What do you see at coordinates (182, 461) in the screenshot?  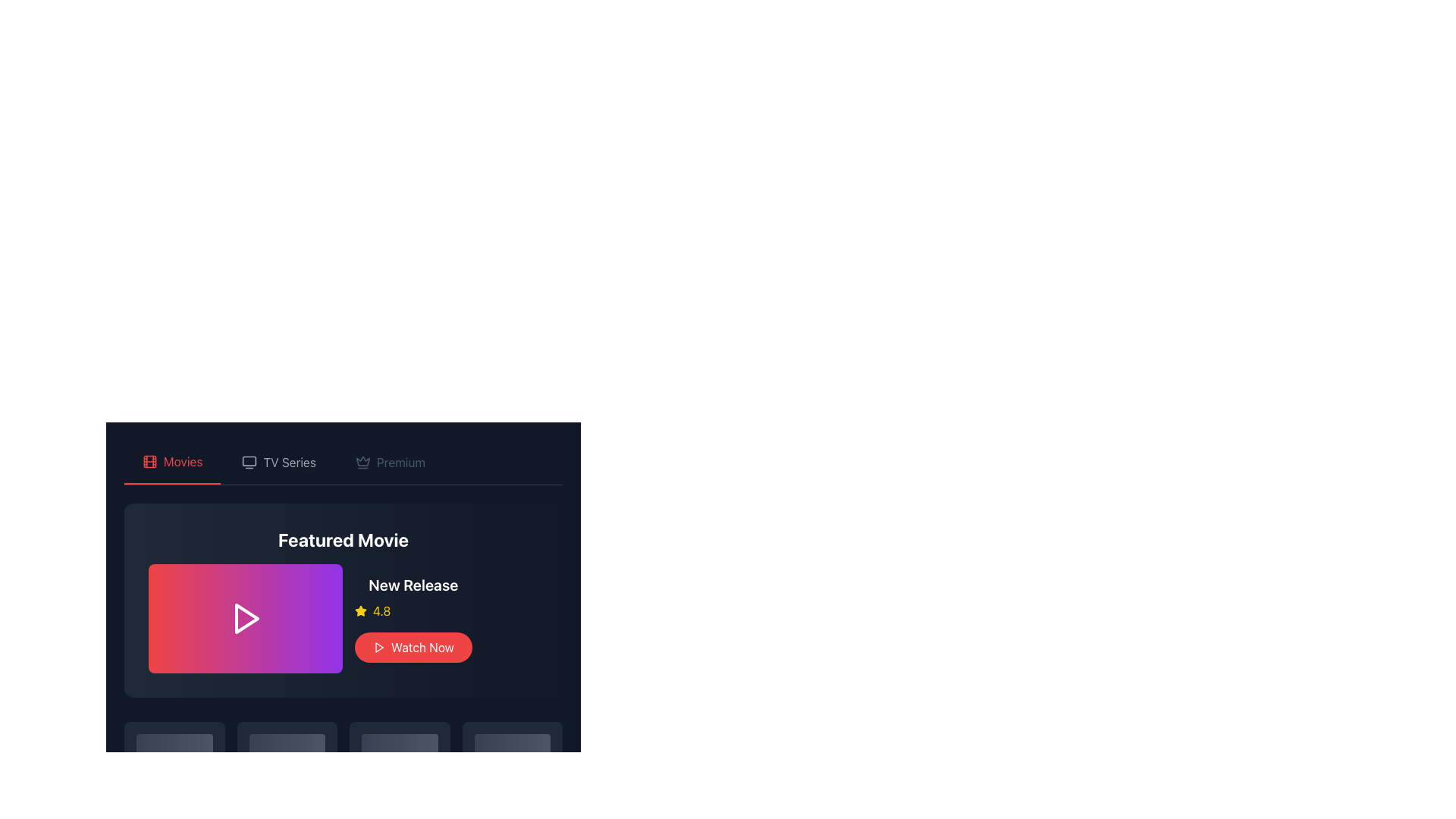 I see `the 'Movies' text element in the navigation menu, which is displayed in bold red font and is adjacent to a film icon` at bounding box center [182, 461].